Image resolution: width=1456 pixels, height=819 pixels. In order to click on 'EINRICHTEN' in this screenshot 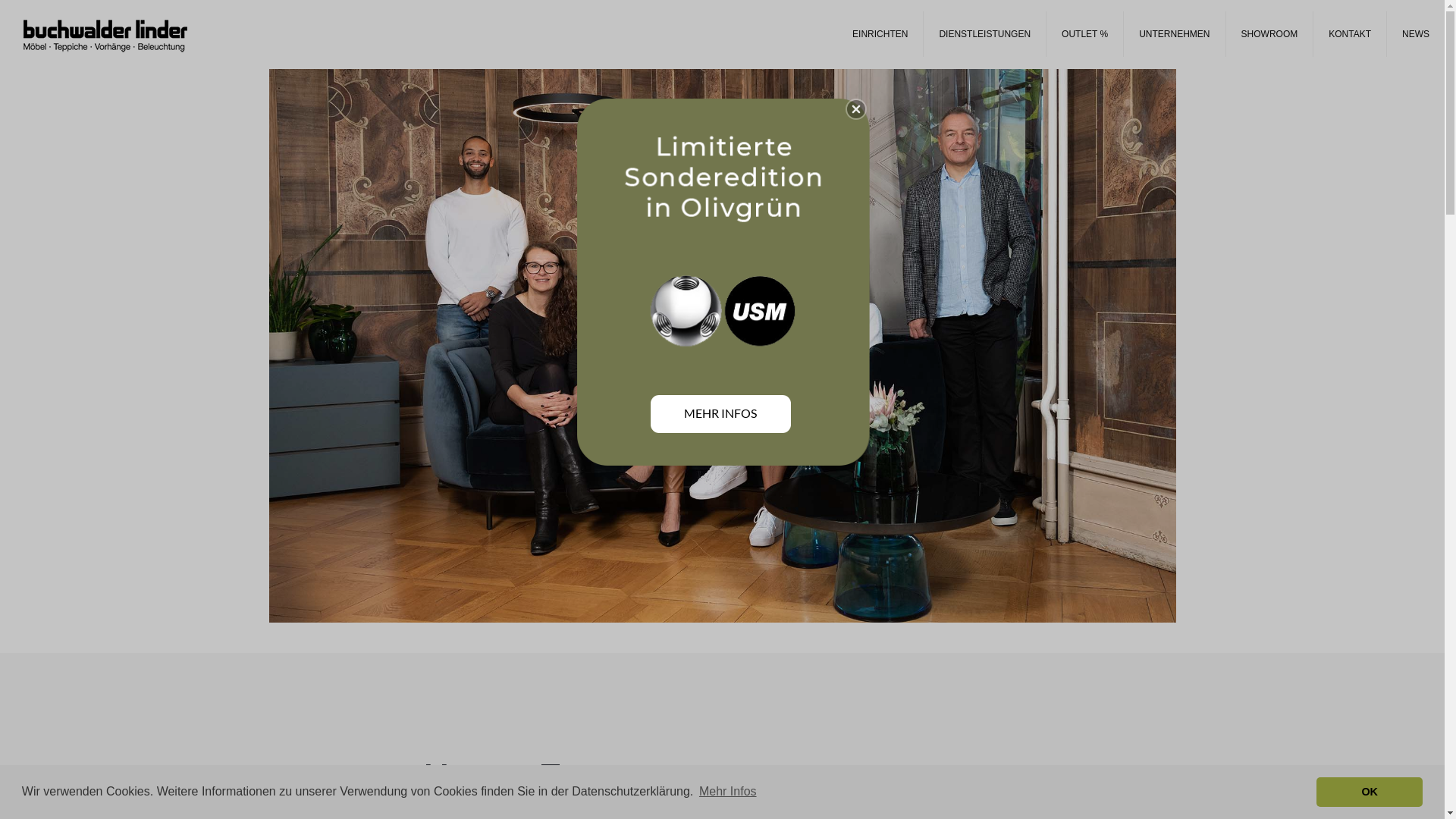, I will do `click(880, 34)`.